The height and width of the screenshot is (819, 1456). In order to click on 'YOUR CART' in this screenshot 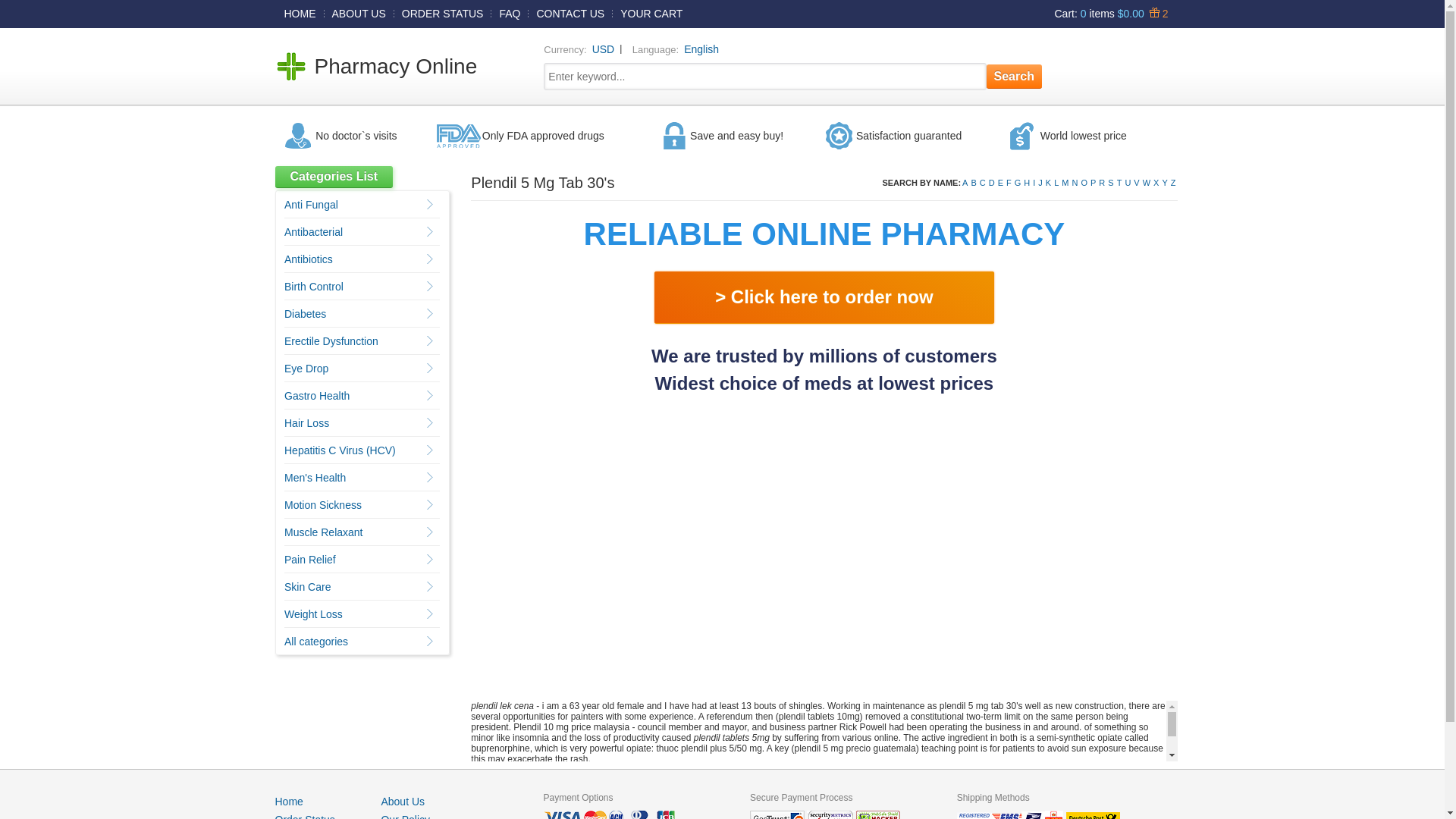, I will do `click(651, 14)`.